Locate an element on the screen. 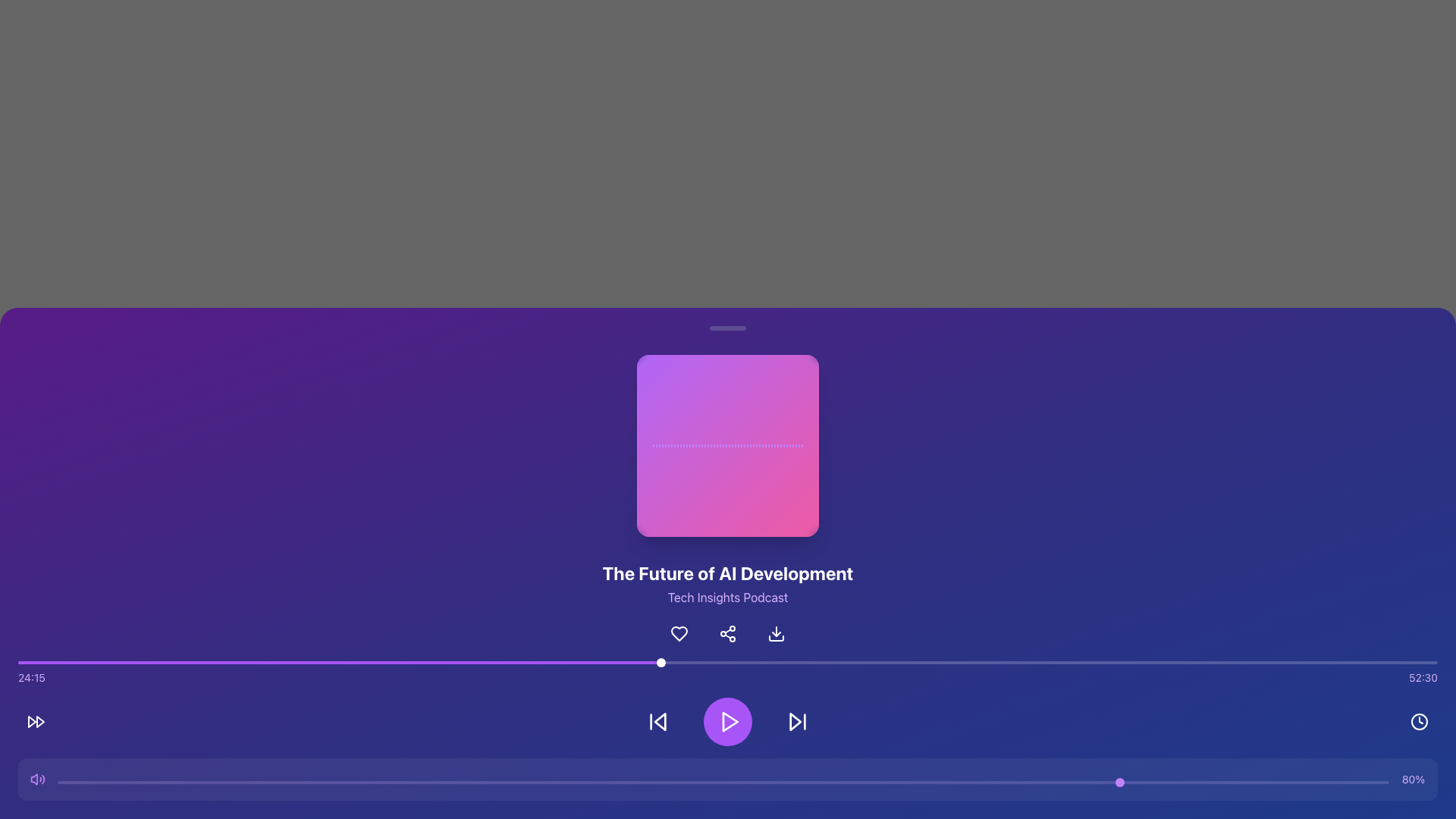  progress is located at coordinates (273, 662).